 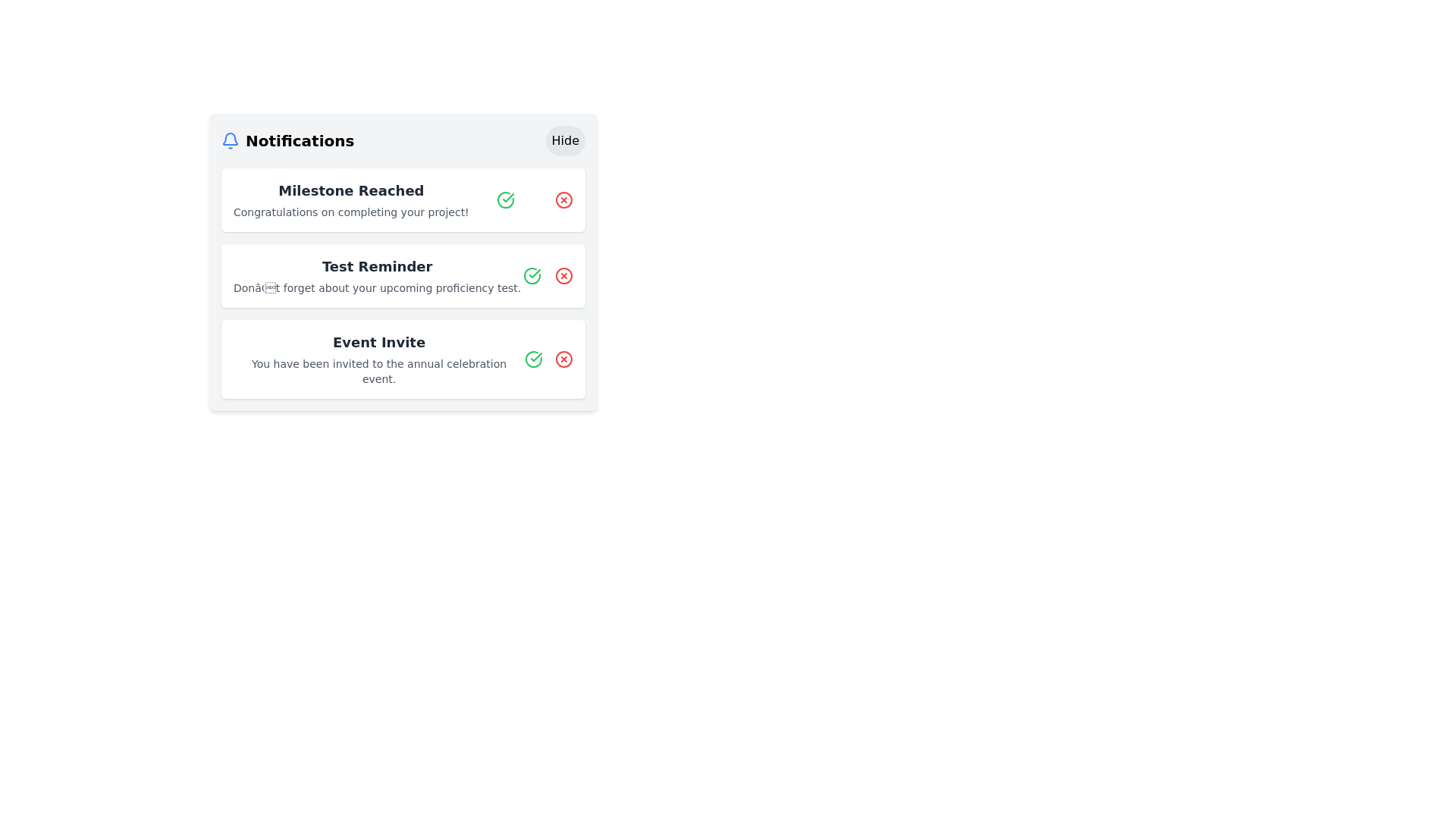 I want to click on the circular red close button with a white cross located in the notifications section, aligned with the 'Event Invite' notification, so click(x=563, y=359).